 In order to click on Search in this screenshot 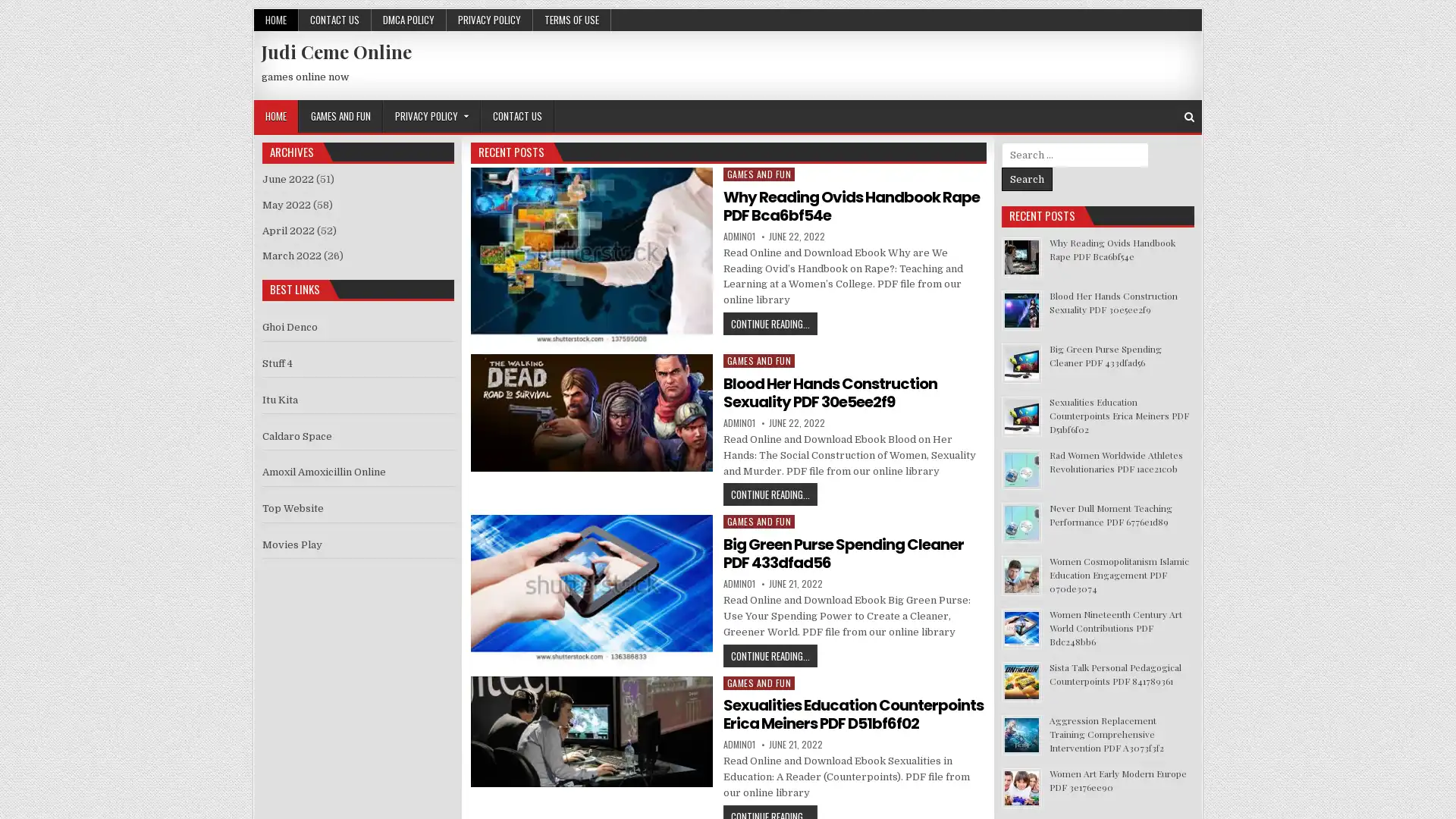, I will do `click(1027, 178)`.